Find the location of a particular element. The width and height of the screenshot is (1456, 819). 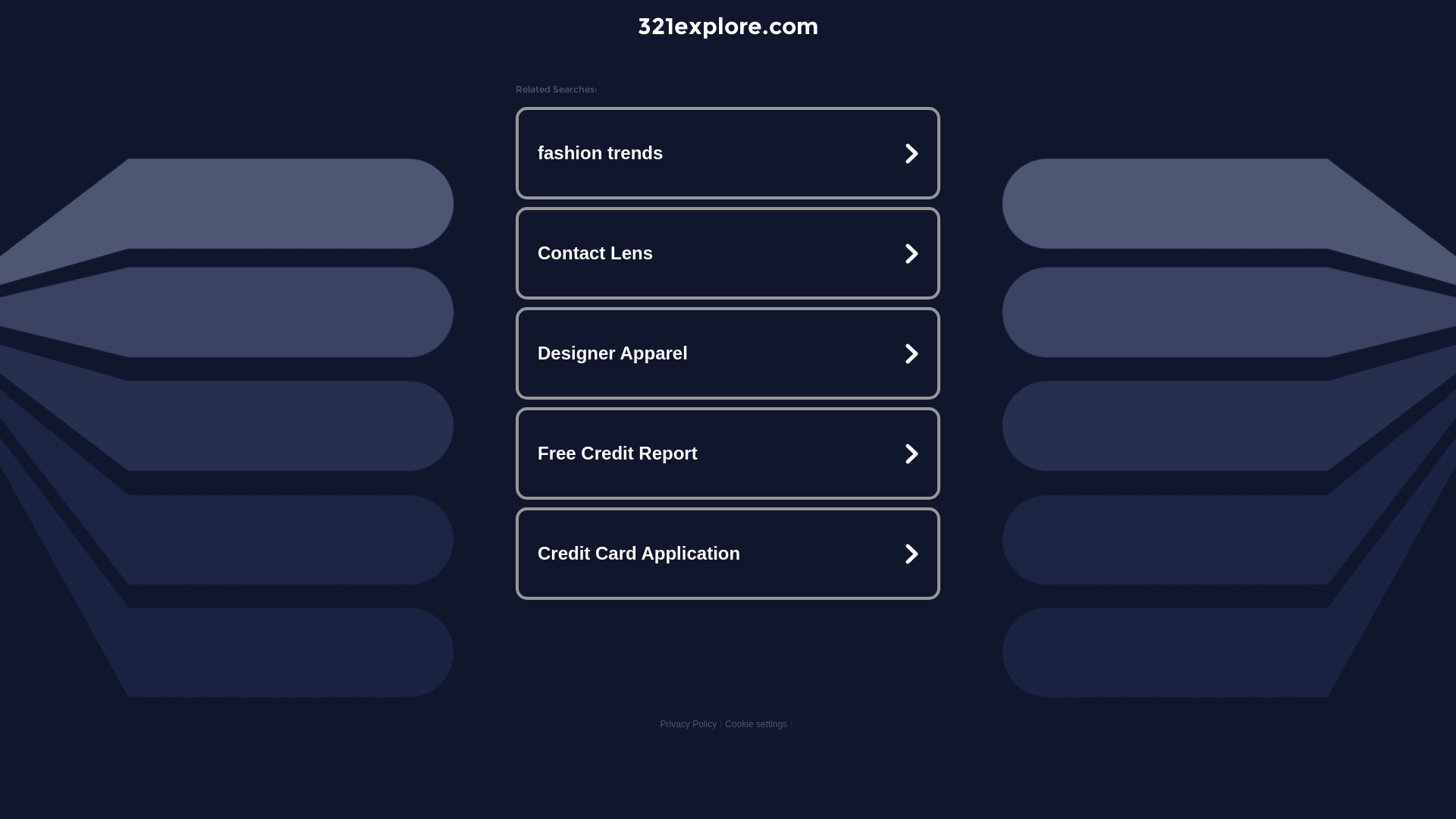

'Privacy Policy' is located at coordinates (687, 723).